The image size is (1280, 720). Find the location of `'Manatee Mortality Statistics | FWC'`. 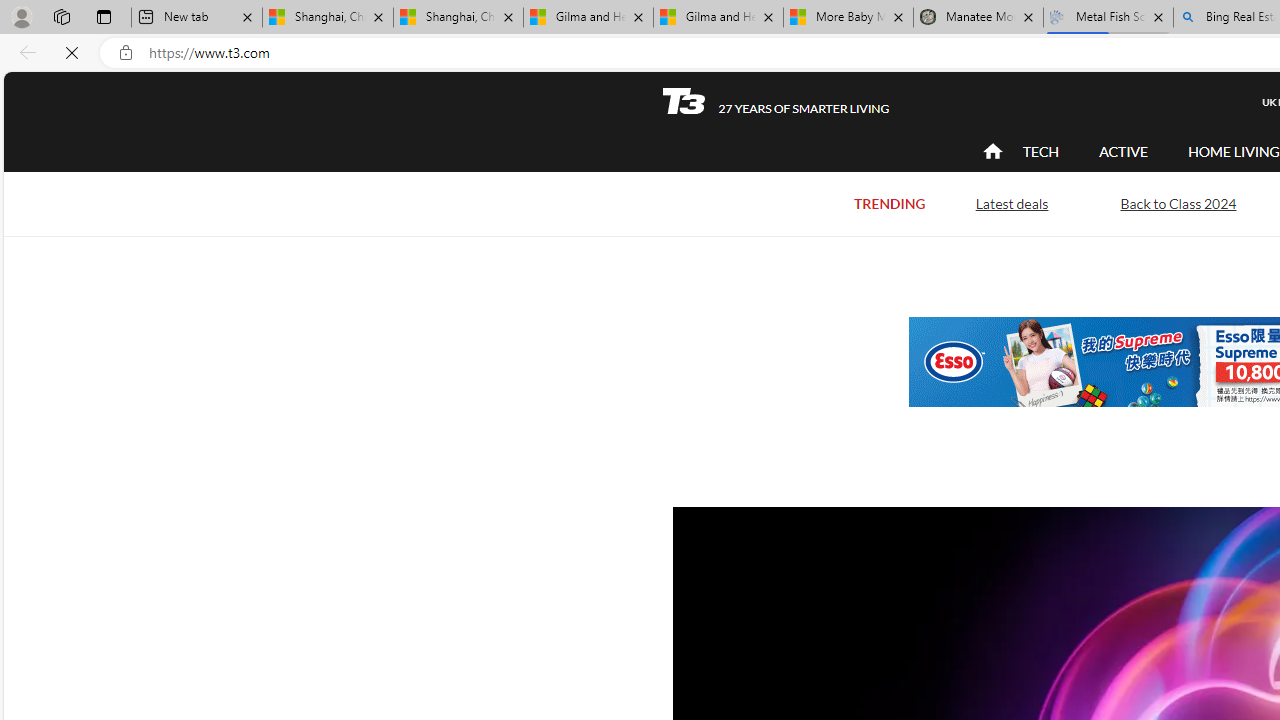

'Manatee Mortality Statistics | FWC' is located at coordinates (978, 17).